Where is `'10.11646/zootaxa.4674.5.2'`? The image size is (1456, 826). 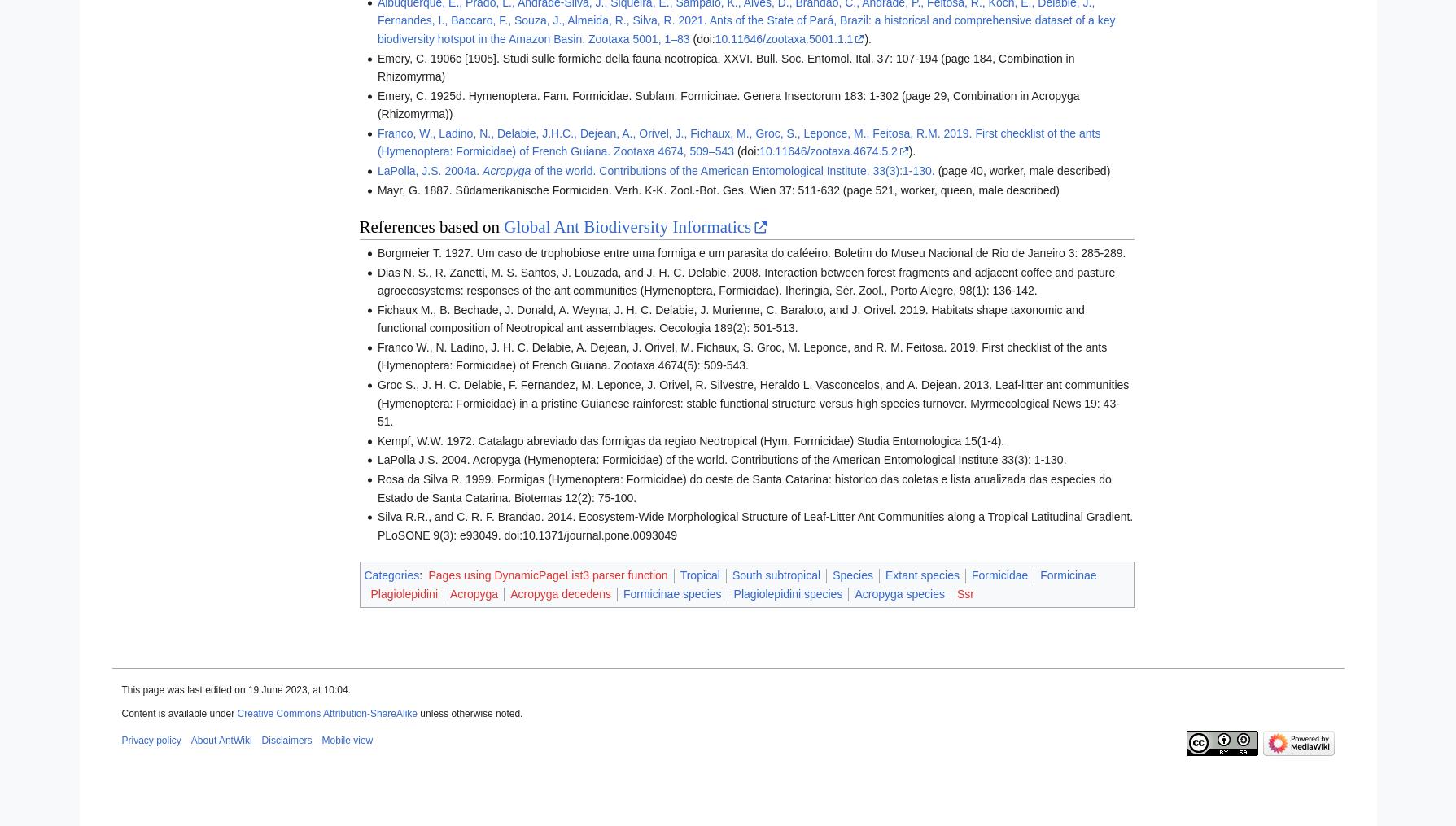
'10.11646/zootaxa.4674.5.2' is located at coordinates (827, 151).